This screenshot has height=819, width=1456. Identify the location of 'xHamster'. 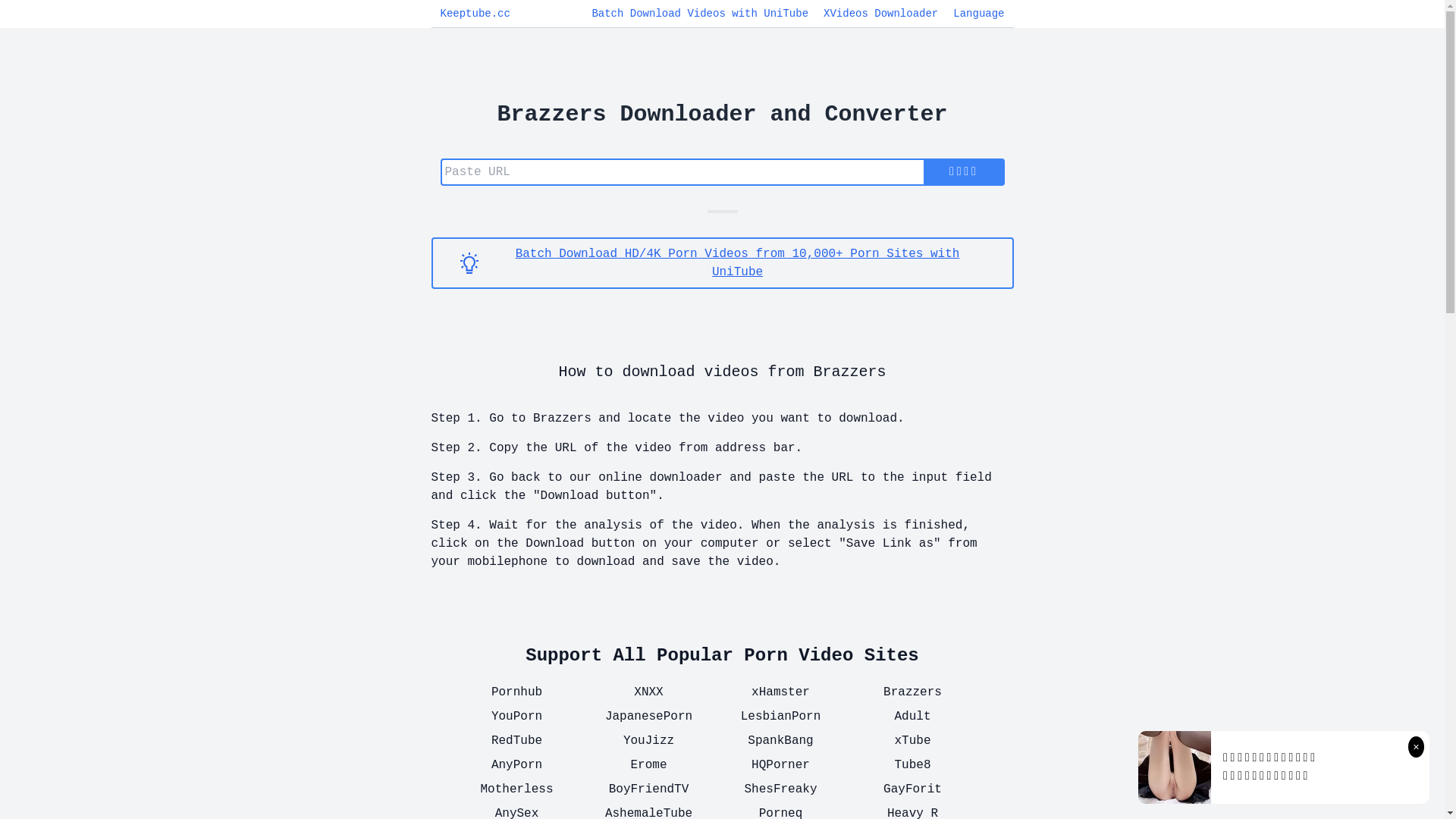
(780, 692).